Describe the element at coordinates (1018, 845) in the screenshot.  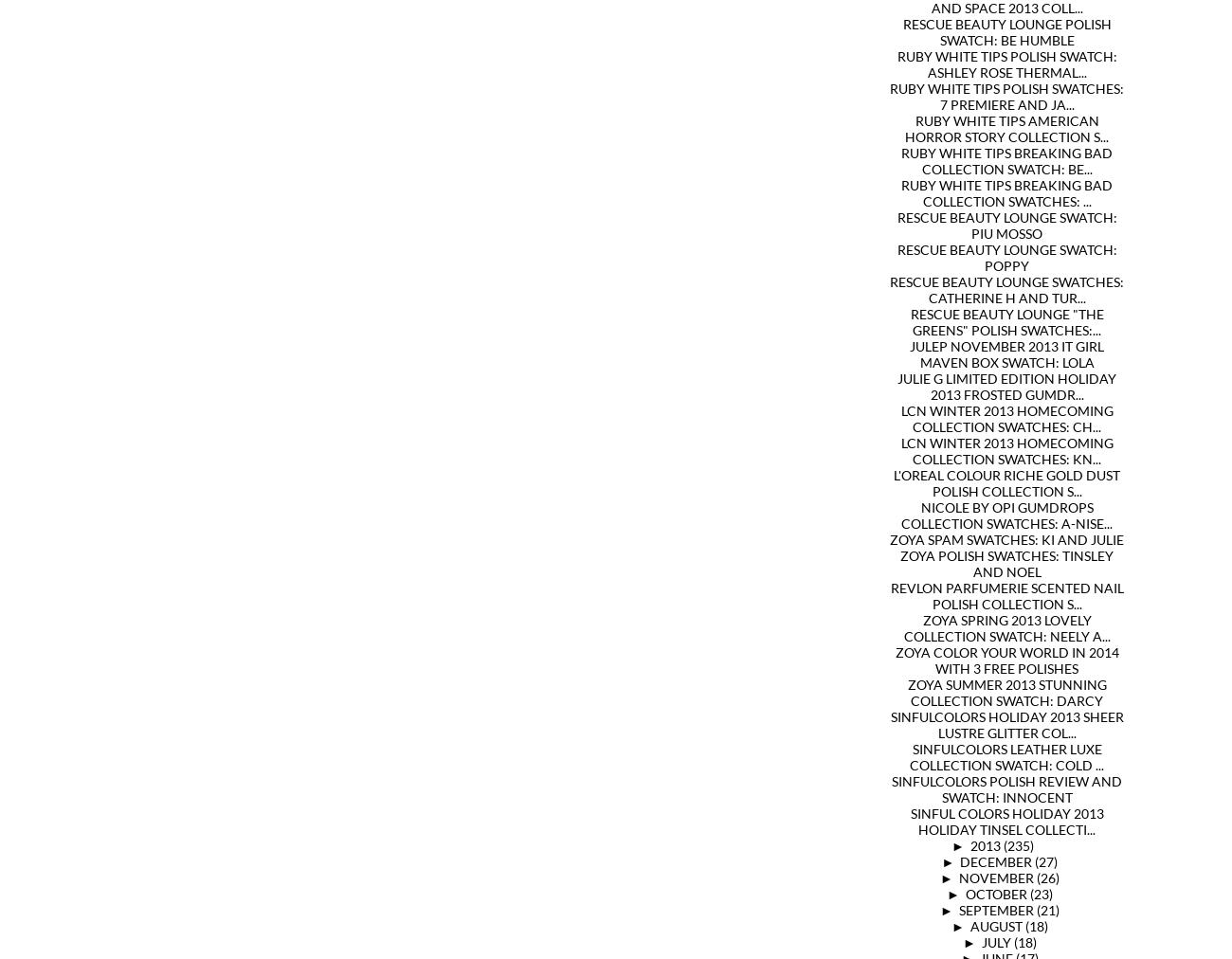
I see `'(235)'` at that location.